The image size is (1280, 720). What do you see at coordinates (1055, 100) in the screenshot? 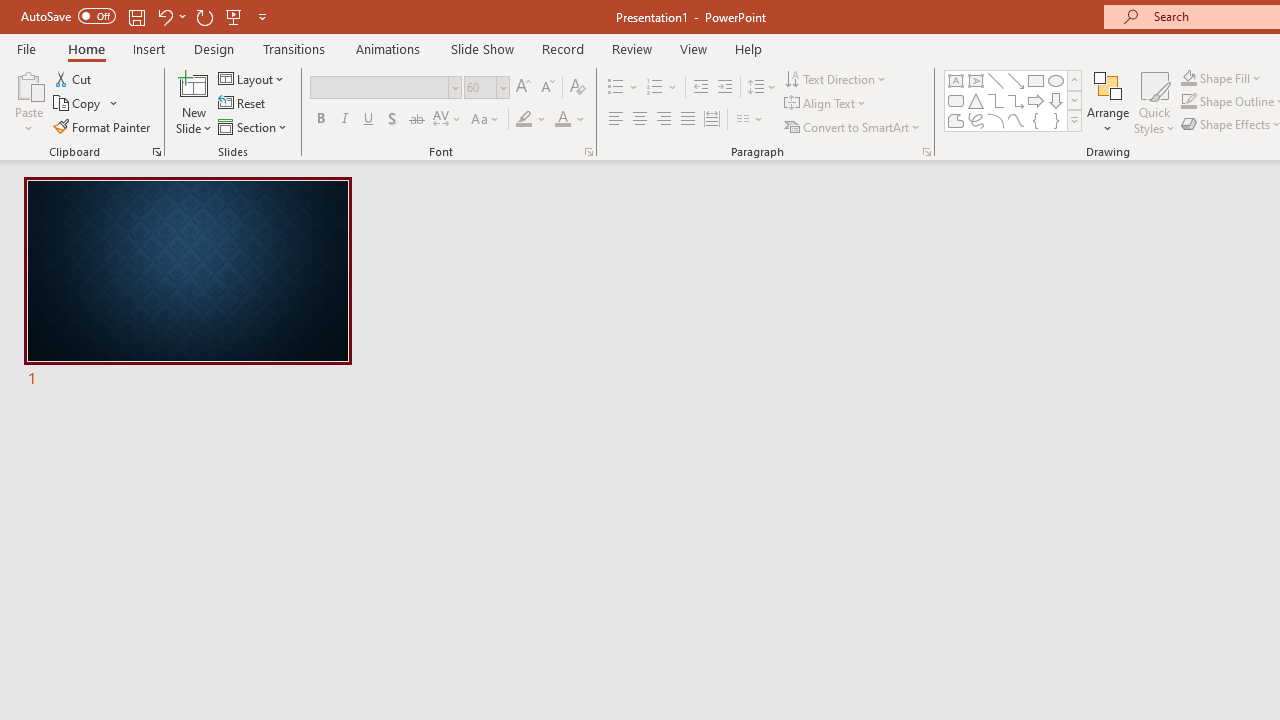
I see `'Arrow: Down'` at bounding box center [1055, 100].